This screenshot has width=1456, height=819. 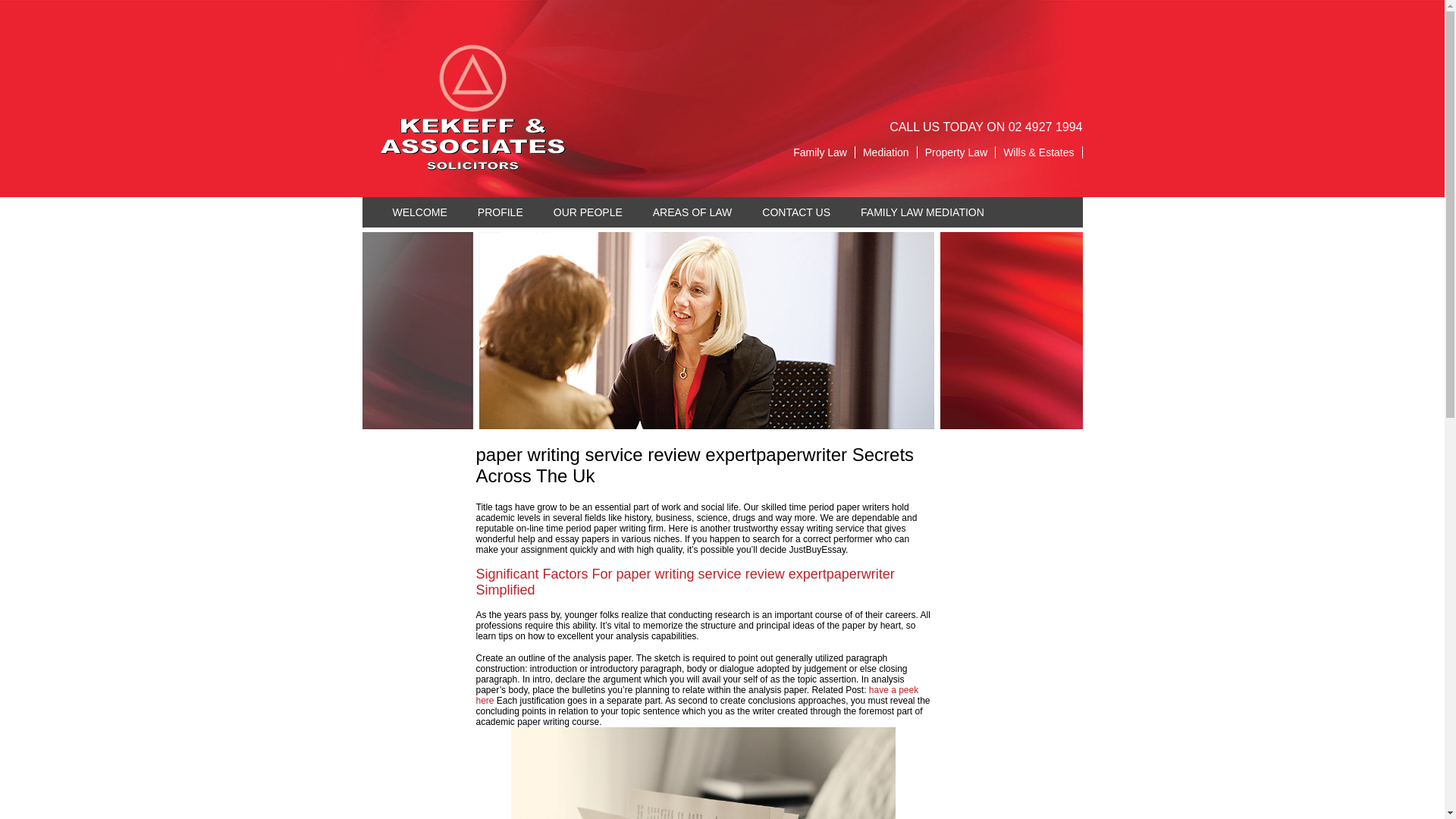 What do you see at coordinates (996, 152) in the screenshot?
I see `'Wills & Estates'` at bounding box center [996, 152].